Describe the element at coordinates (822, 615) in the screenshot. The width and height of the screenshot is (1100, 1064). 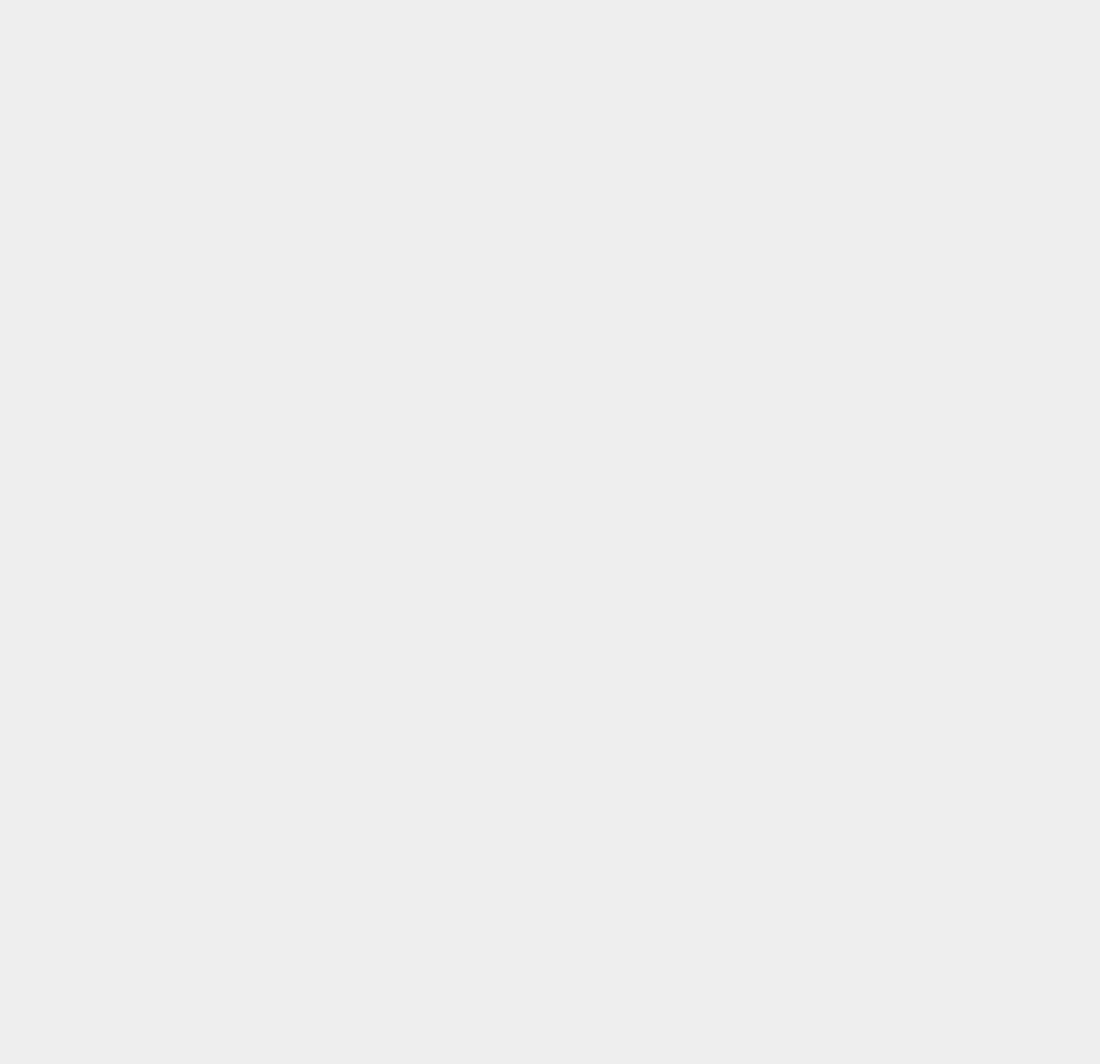
I see `'Entrepreneurs'` at that location.